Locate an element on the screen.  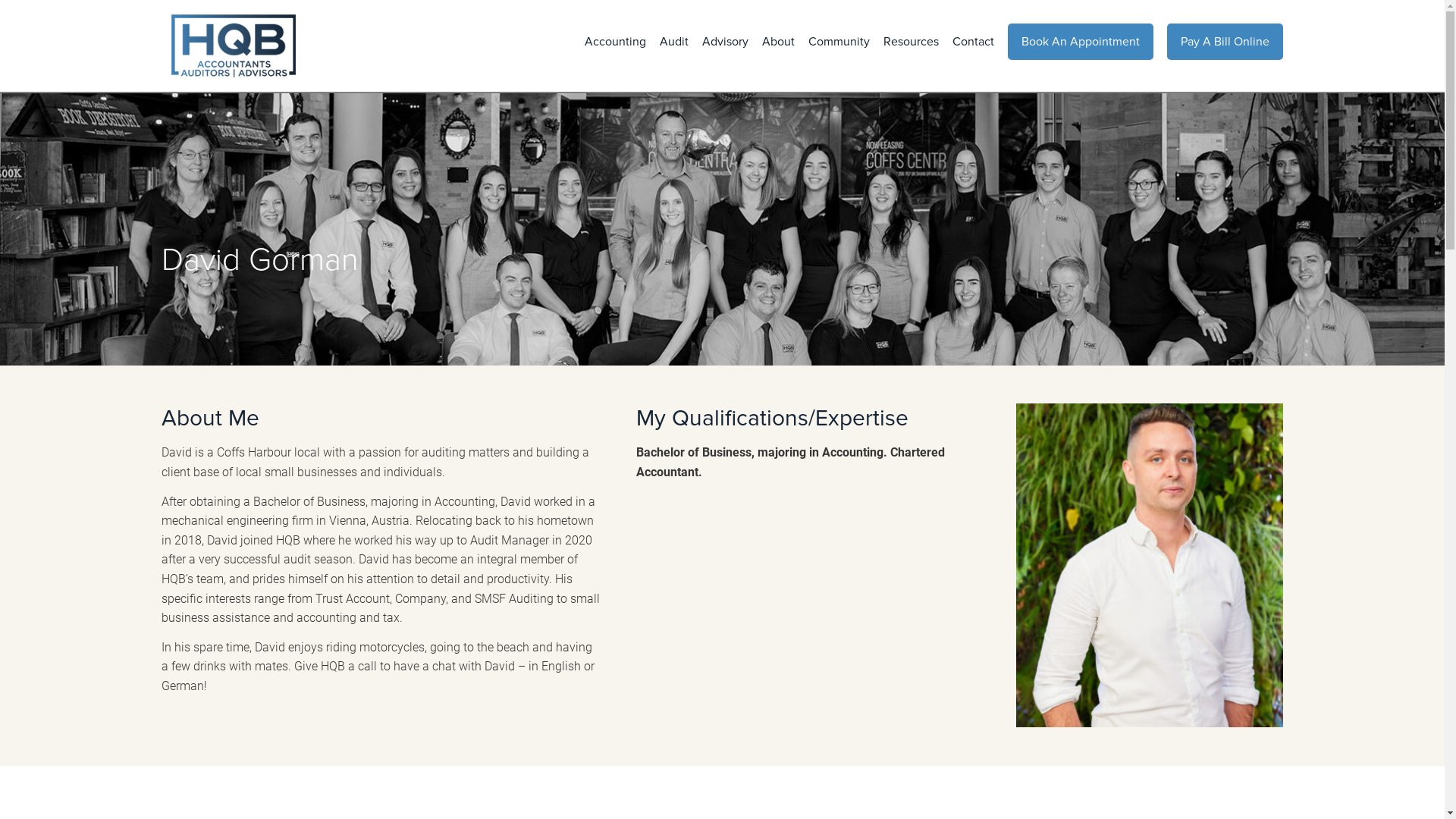
'About' is located at coordinates (771, 40).